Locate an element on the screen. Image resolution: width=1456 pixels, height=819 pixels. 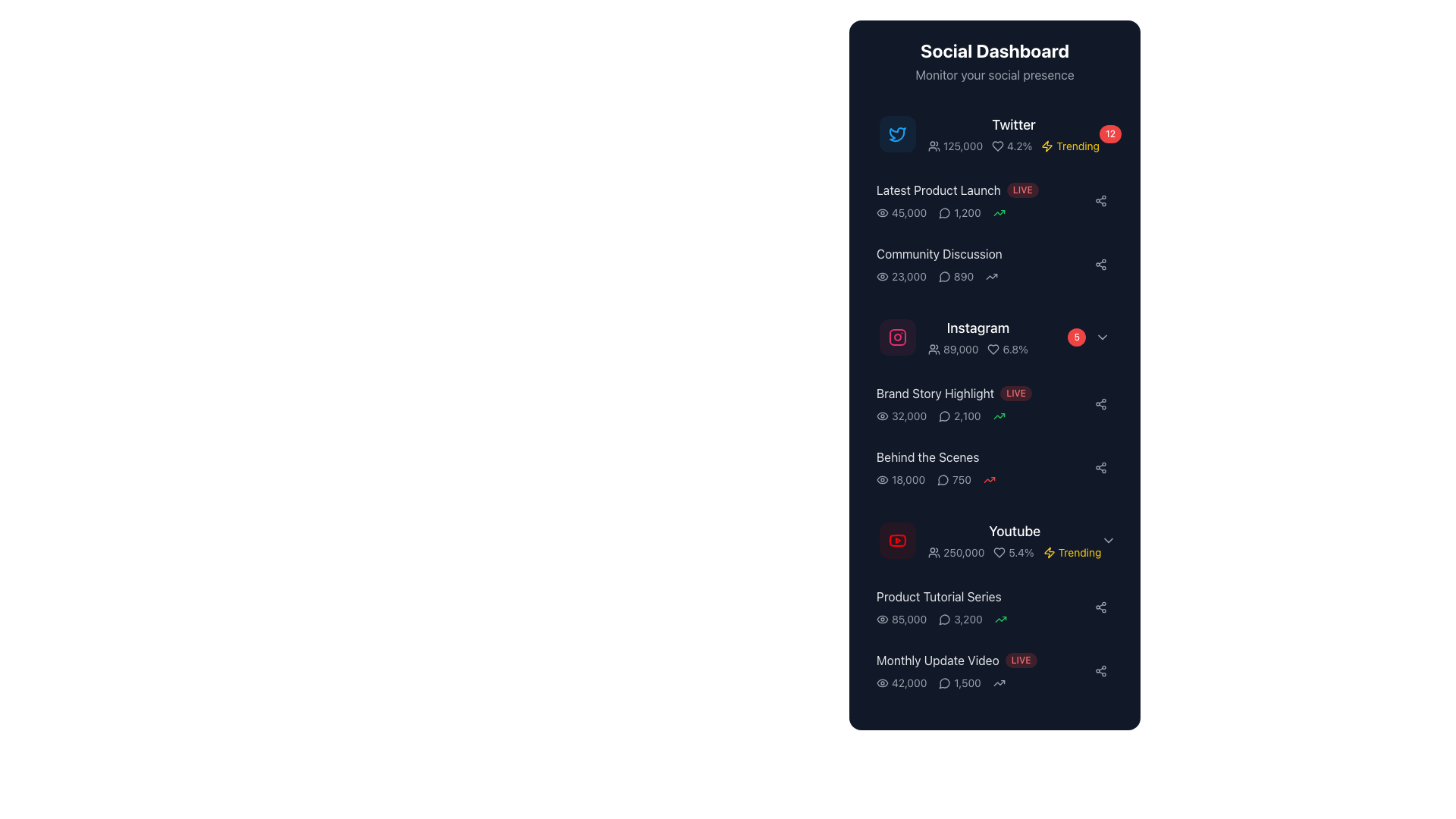
the metrics in the Information panel located in the 'Social Dashboard' section, specifically the second item under 'Twitter' for further details is located at coordinates (994, 200).